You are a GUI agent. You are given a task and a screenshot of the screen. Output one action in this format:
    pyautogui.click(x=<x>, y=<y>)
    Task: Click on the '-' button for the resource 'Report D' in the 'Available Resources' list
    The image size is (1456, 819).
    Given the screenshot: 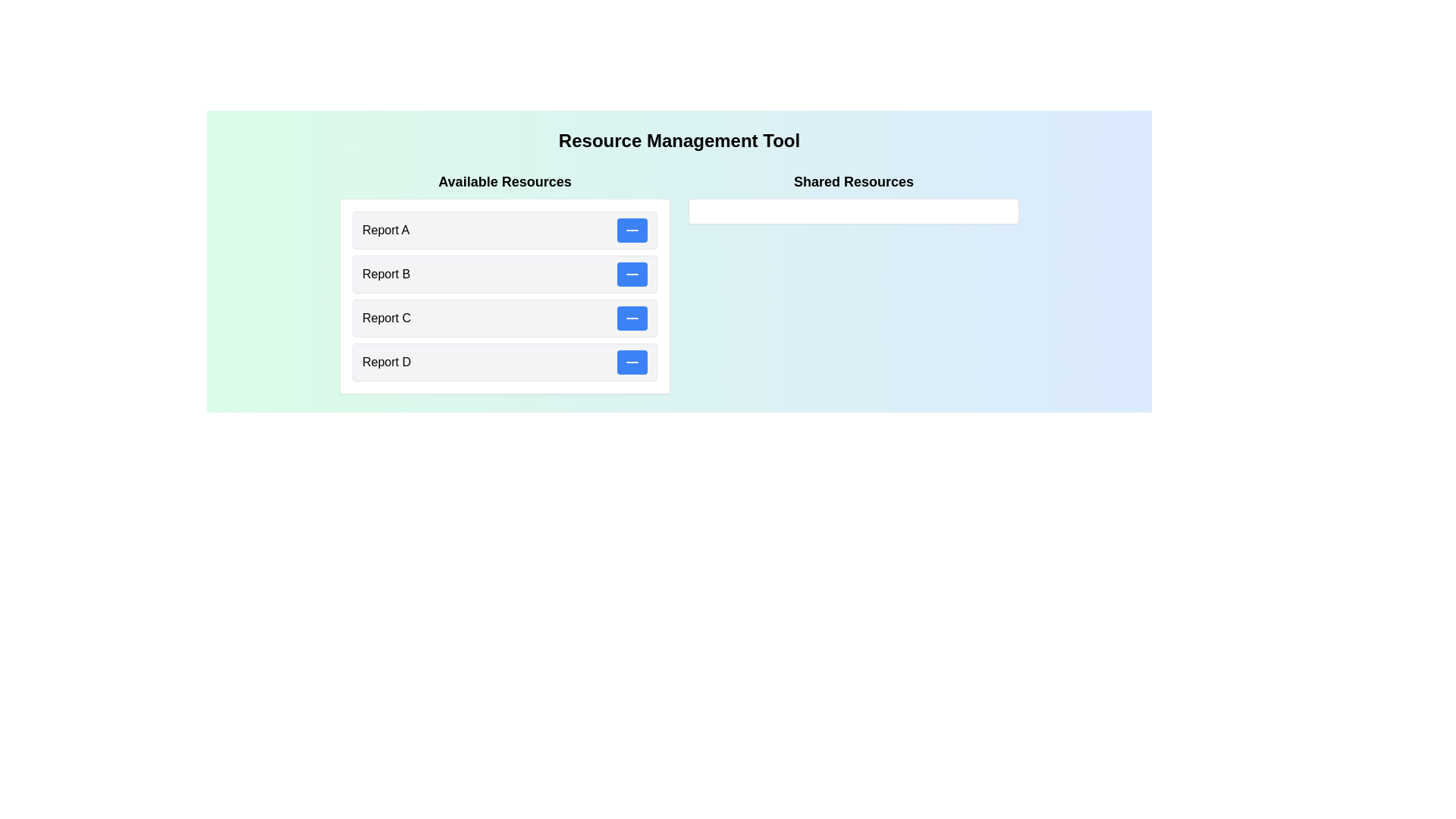 What is the action you would take?
    pyautogui.click(x=632, y=362)
    